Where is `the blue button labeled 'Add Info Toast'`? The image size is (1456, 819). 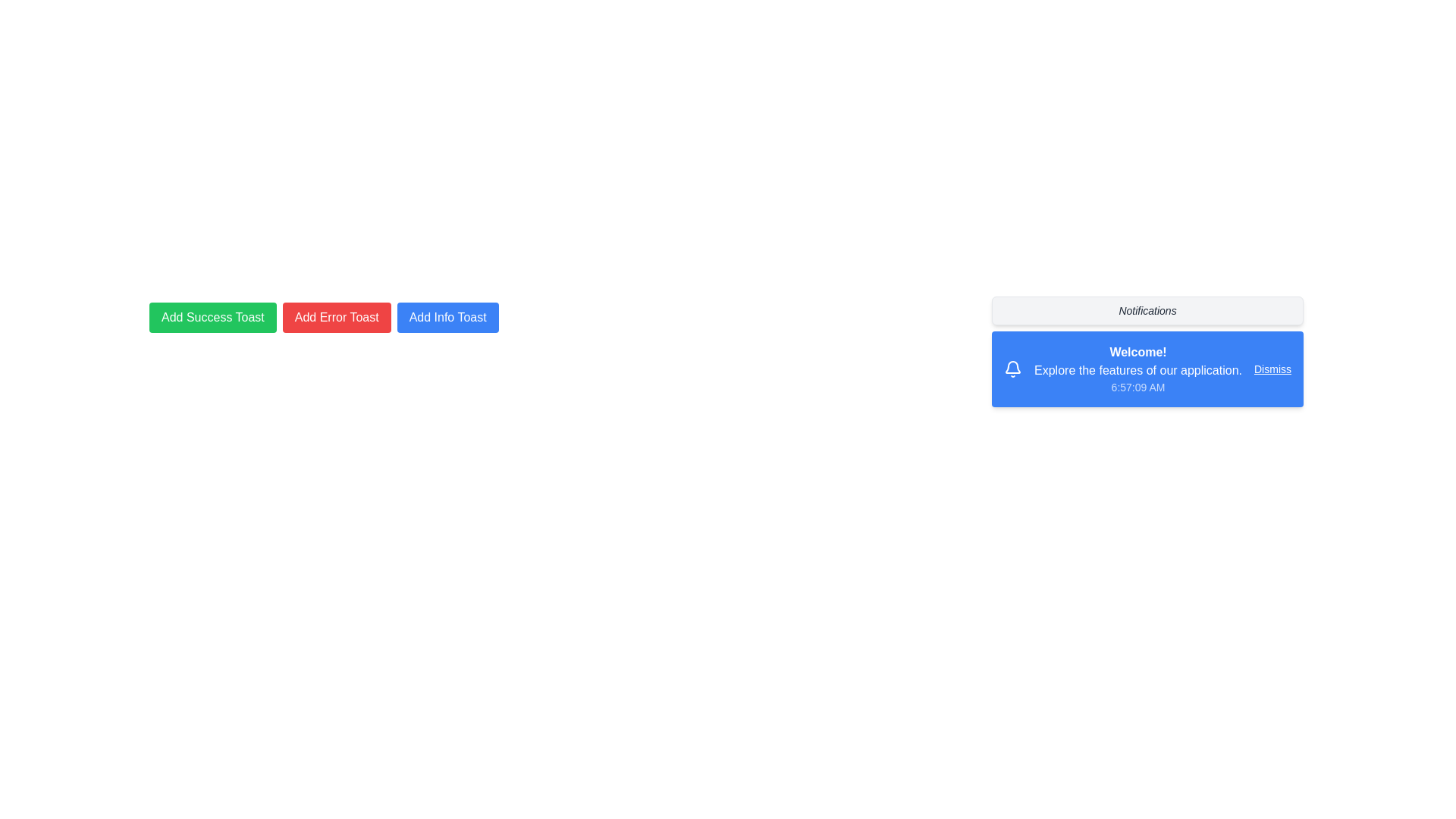
the blue button labeled 'Add Info Toast' is located at coordinates (447, 317).